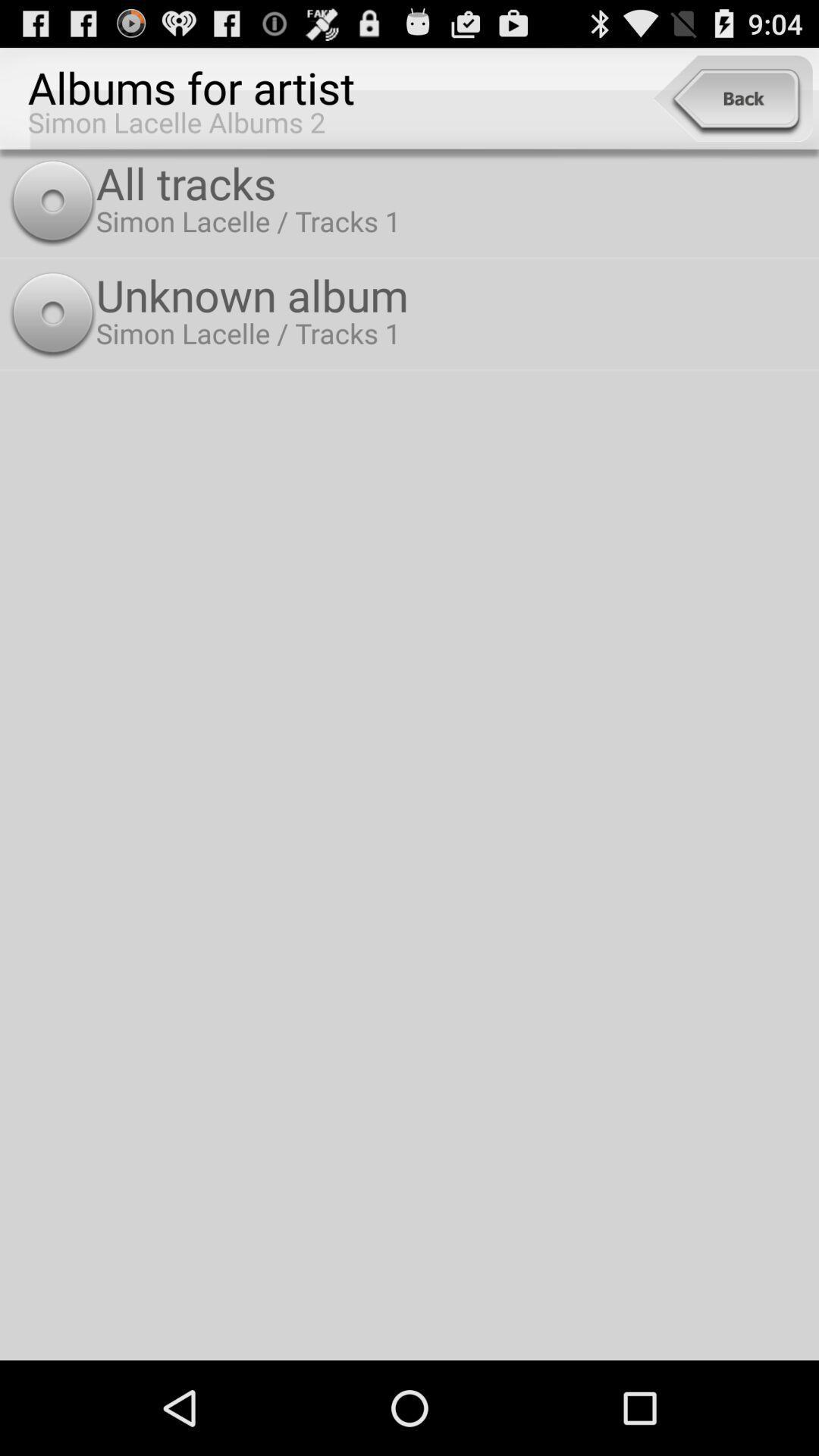  What do you see at coordinates (732, 98) in the screenshot?
I see `the item to the right of the albums for artist` at bounding box center [732, 98].